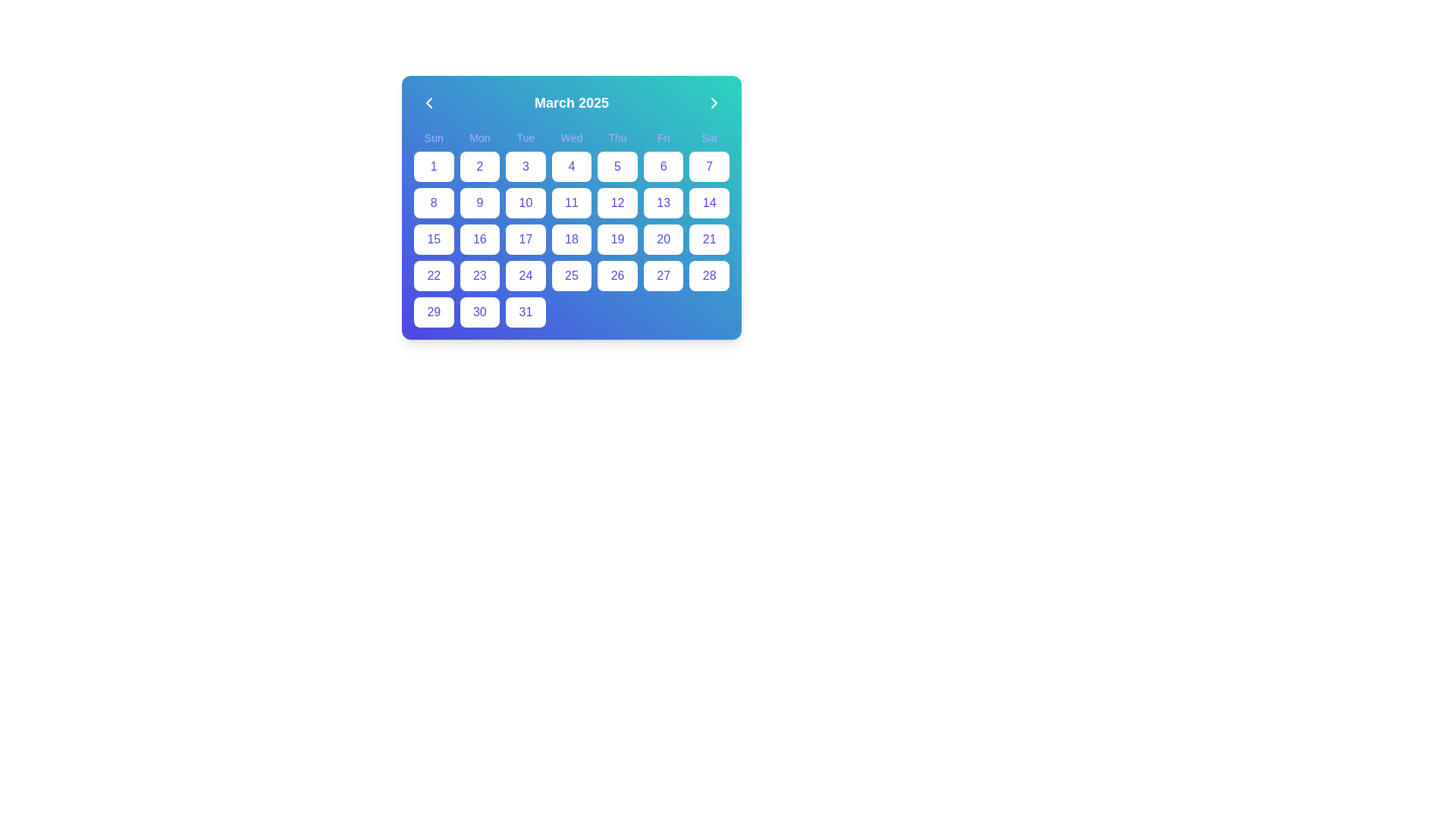 The height and width of the screenshot is (819, 1456). Describe the element at coordinates (664, 166) in the screenshot. I see `the button displaying the number '6' in a white rounded rectangle, located in the second row and sixth column of the calendar grid, beneath the 'Fri' label` at that location.